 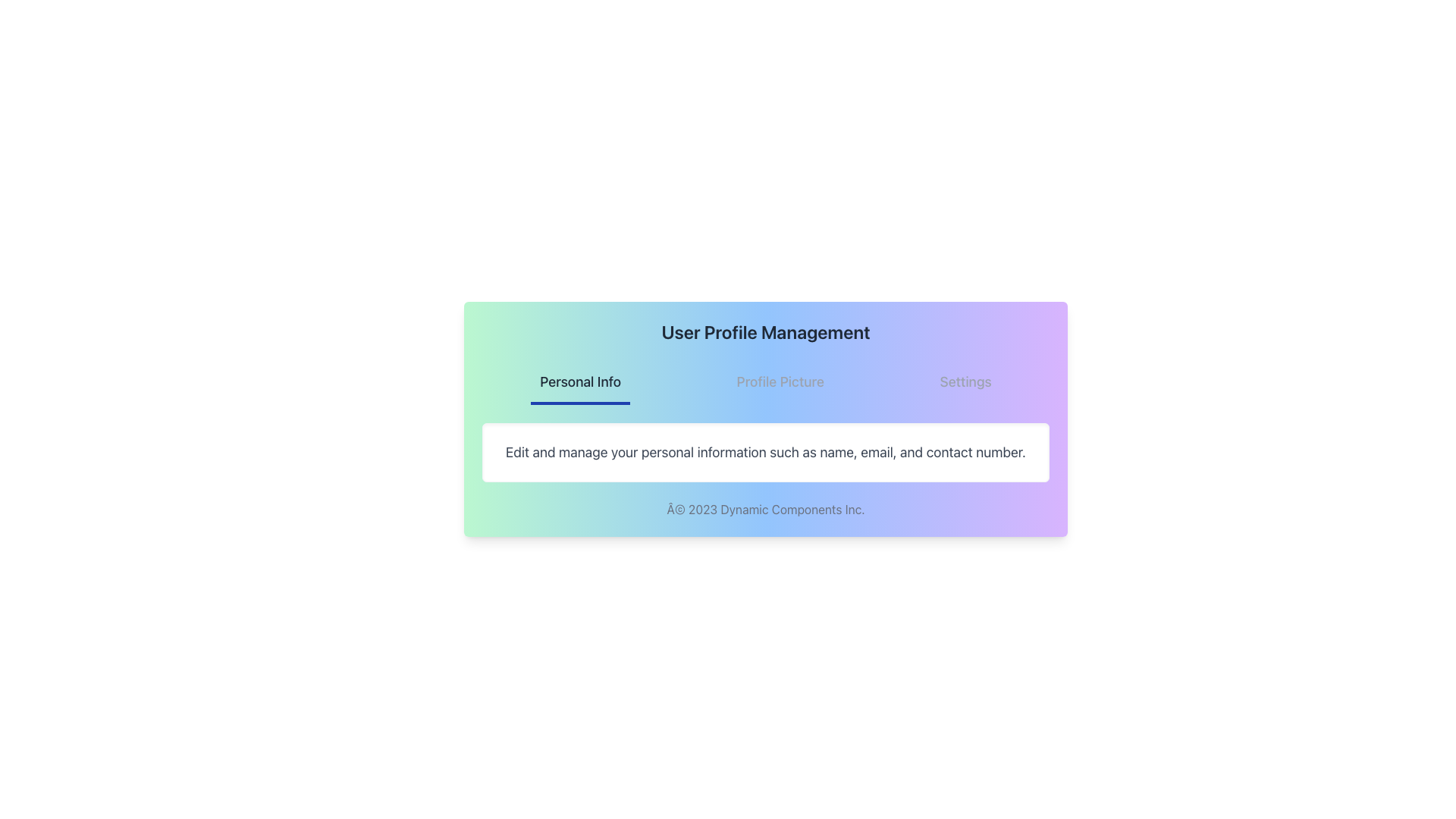 I want to click on the 'Personal Info' button, which is the first tab in the horizontal navigation menu and has a blue underline indicating it is active, so click(x=579, y=382).